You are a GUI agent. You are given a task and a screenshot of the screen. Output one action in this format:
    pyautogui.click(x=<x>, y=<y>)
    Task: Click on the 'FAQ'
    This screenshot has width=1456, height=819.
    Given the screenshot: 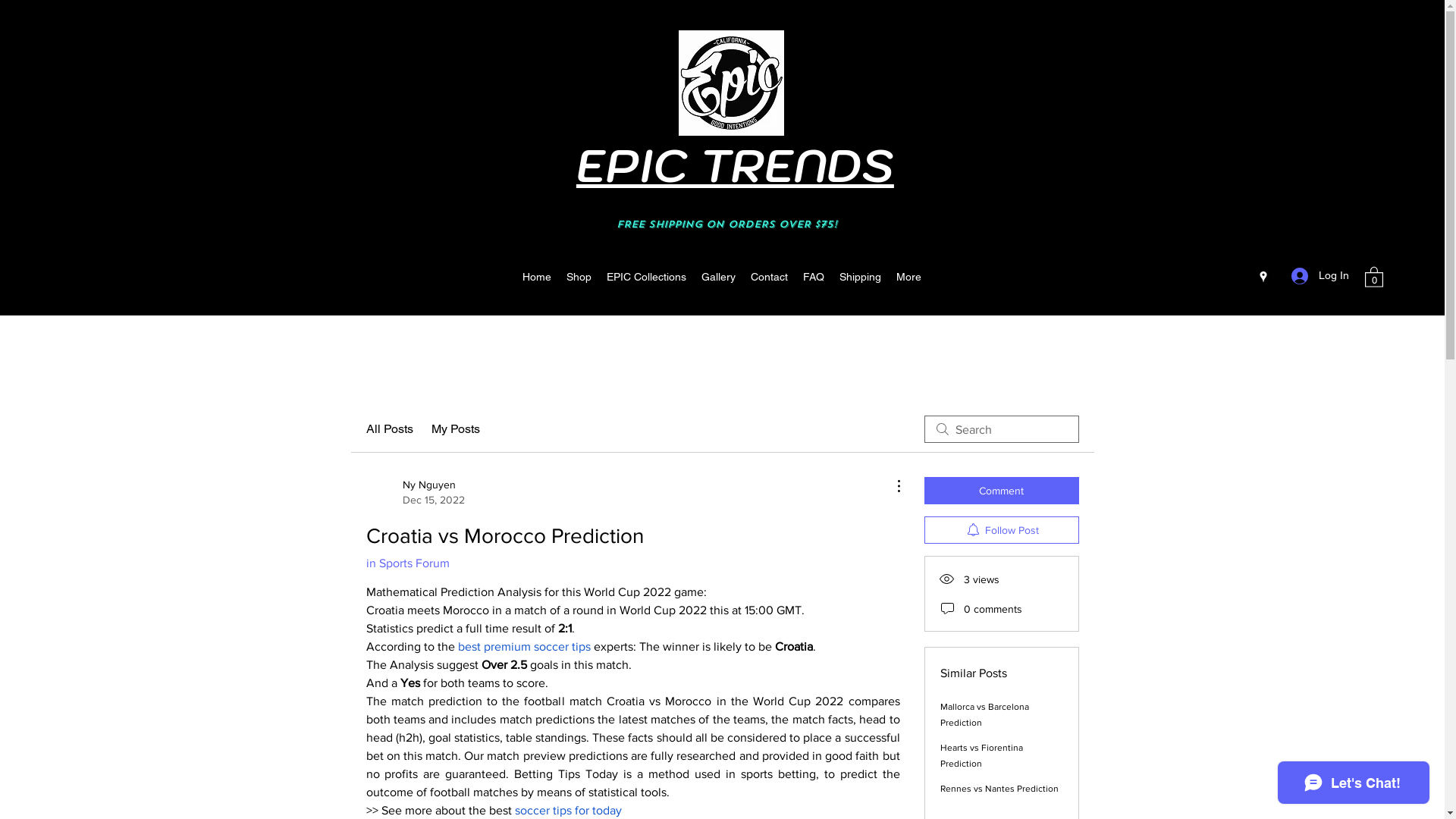 What is the action you would take?
    pyautogui.click(x=813, y=277)
    